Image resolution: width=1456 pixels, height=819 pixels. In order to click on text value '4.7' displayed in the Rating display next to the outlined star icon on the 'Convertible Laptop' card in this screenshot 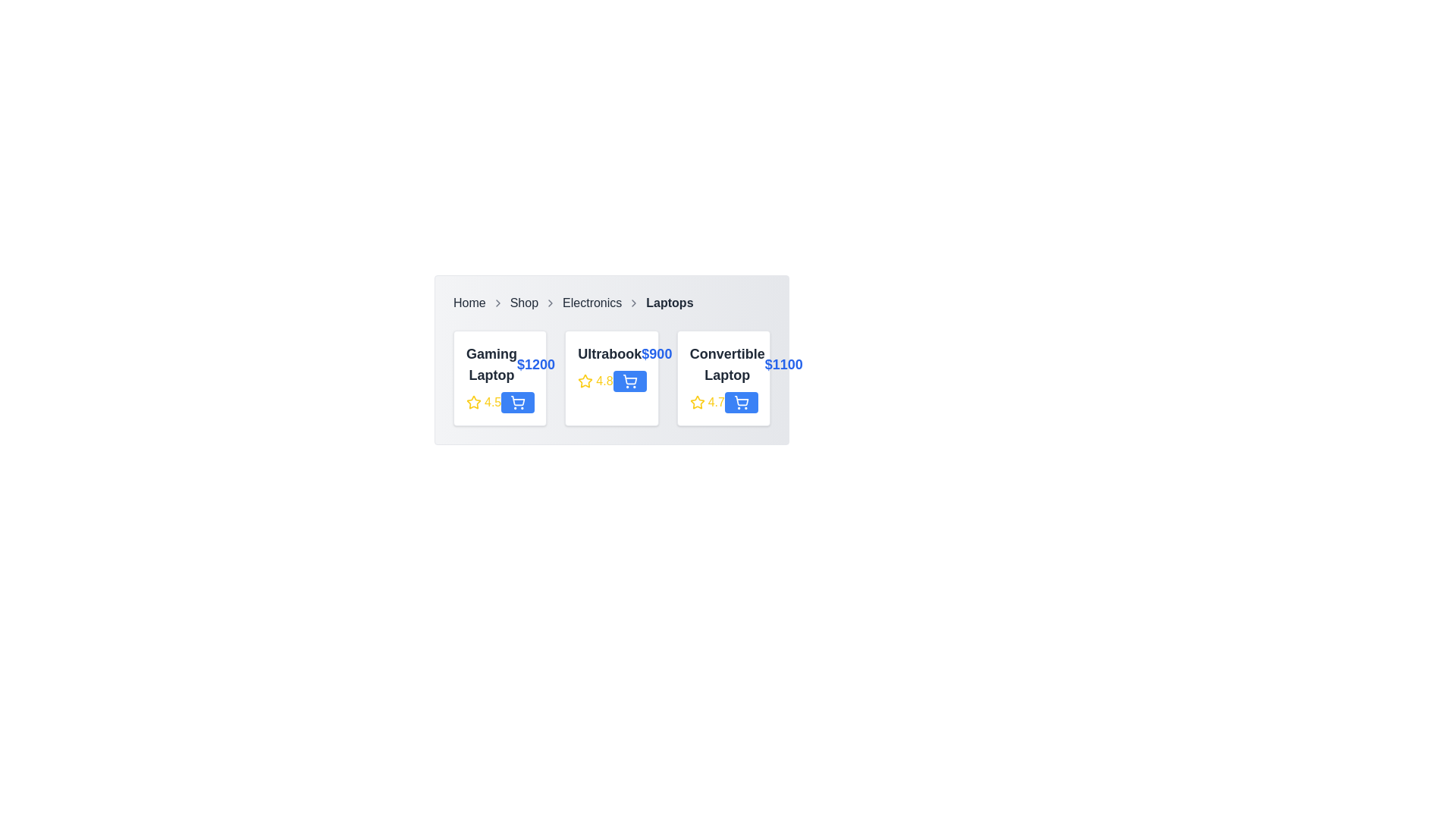, I will do `click(706, 402)`.